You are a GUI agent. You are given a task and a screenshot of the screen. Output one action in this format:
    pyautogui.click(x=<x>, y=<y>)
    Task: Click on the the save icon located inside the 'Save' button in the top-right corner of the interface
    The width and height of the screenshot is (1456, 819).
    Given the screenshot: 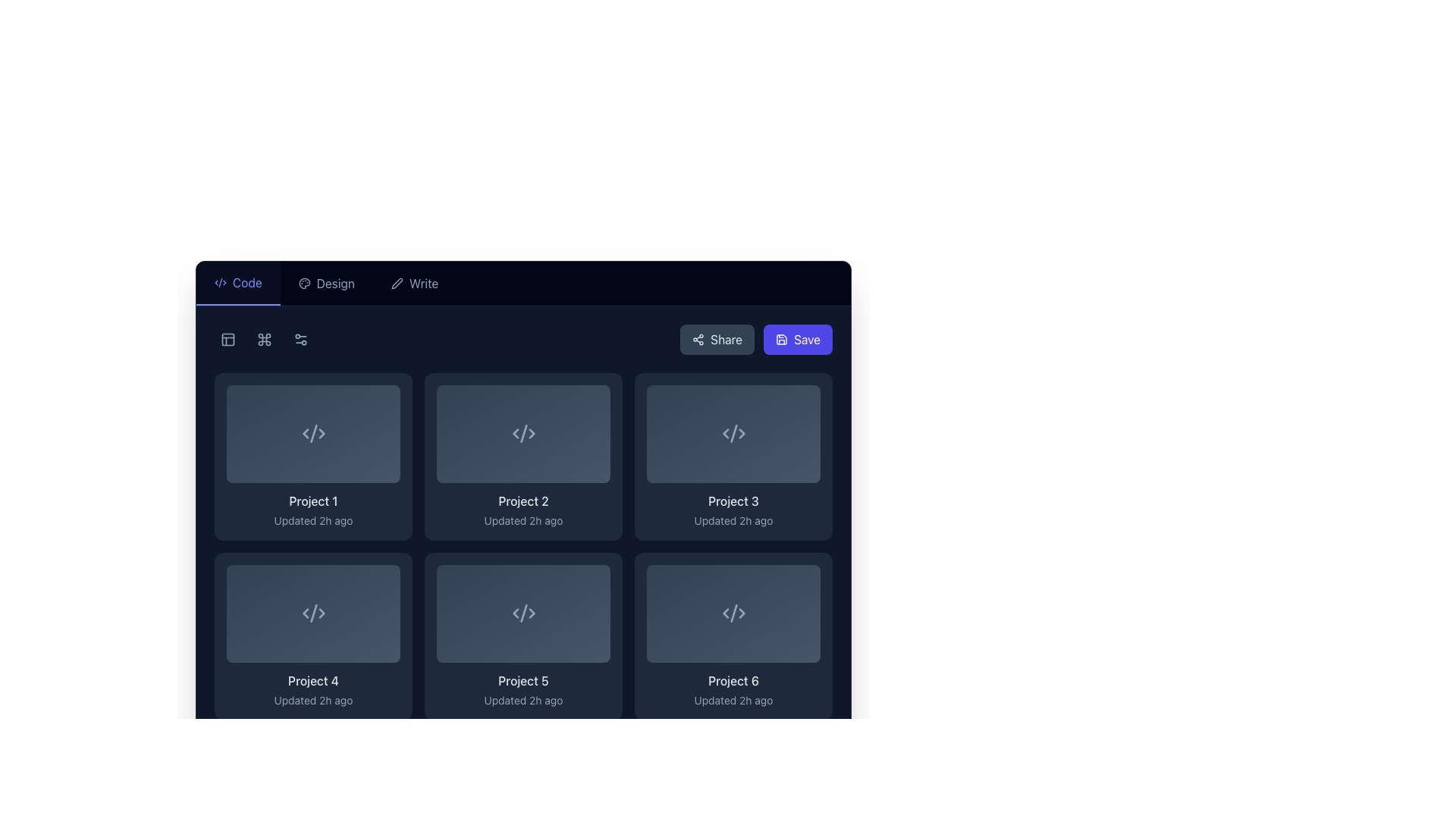 What is the action you would take?
    pyautogui.click(x=782, y=338)
    